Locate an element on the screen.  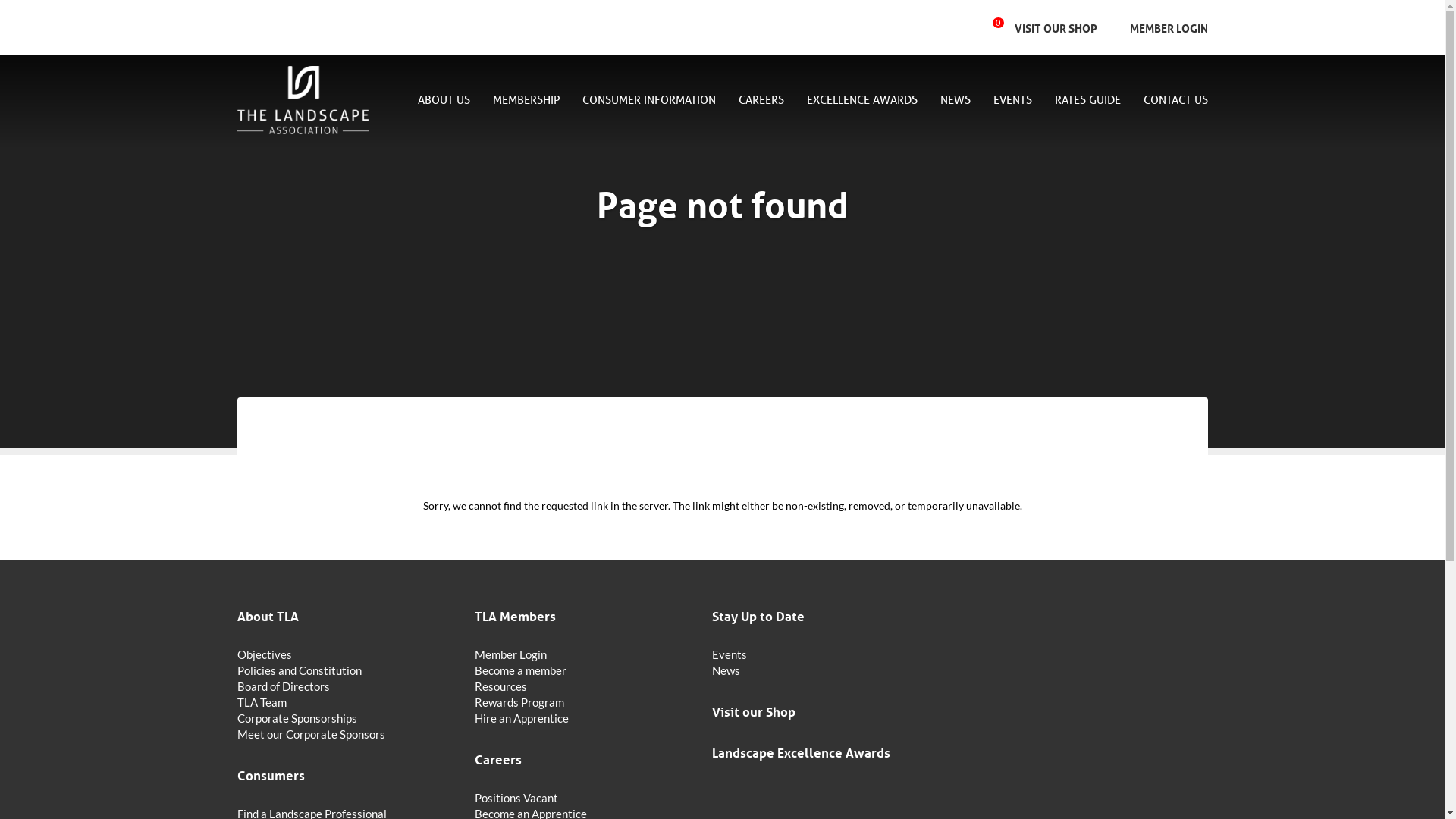
'Corporate Sponsorships' is located at coordinates (345, 717).